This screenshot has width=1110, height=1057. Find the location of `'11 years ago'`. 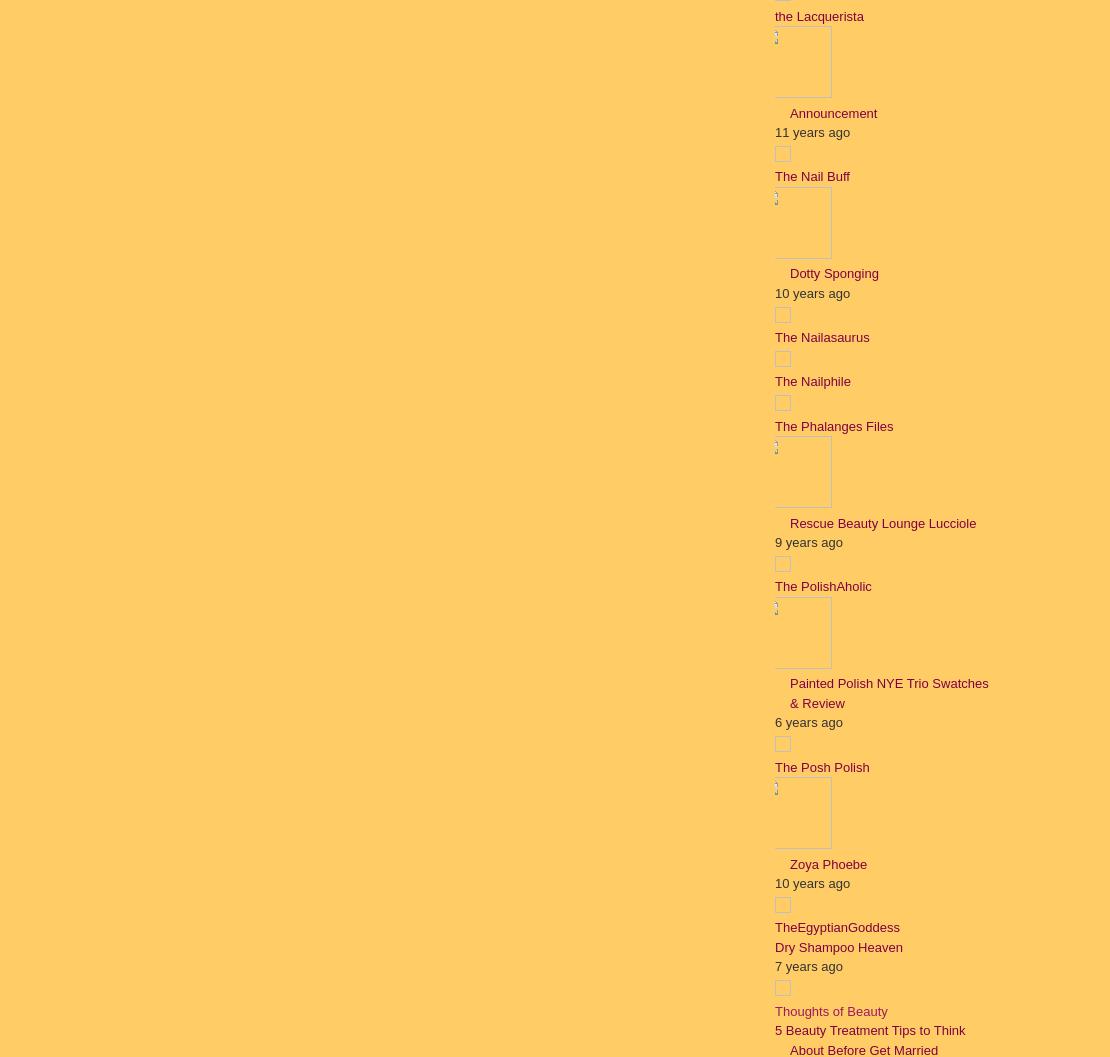

'11 years ago' is located at coordinates (812, 131).